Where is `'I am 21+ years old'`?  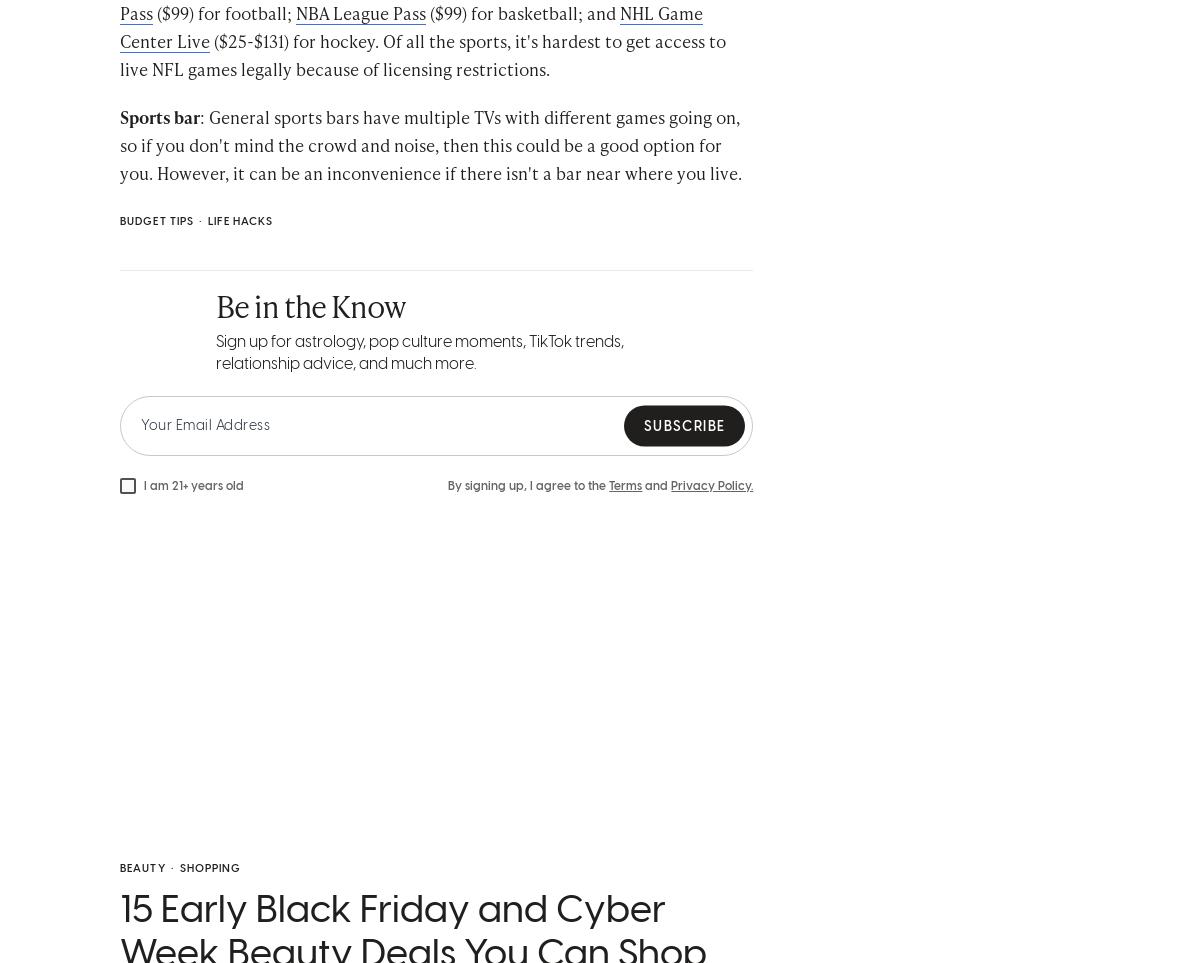 'I am 21+ years old' is located at coordinates (193, 512).